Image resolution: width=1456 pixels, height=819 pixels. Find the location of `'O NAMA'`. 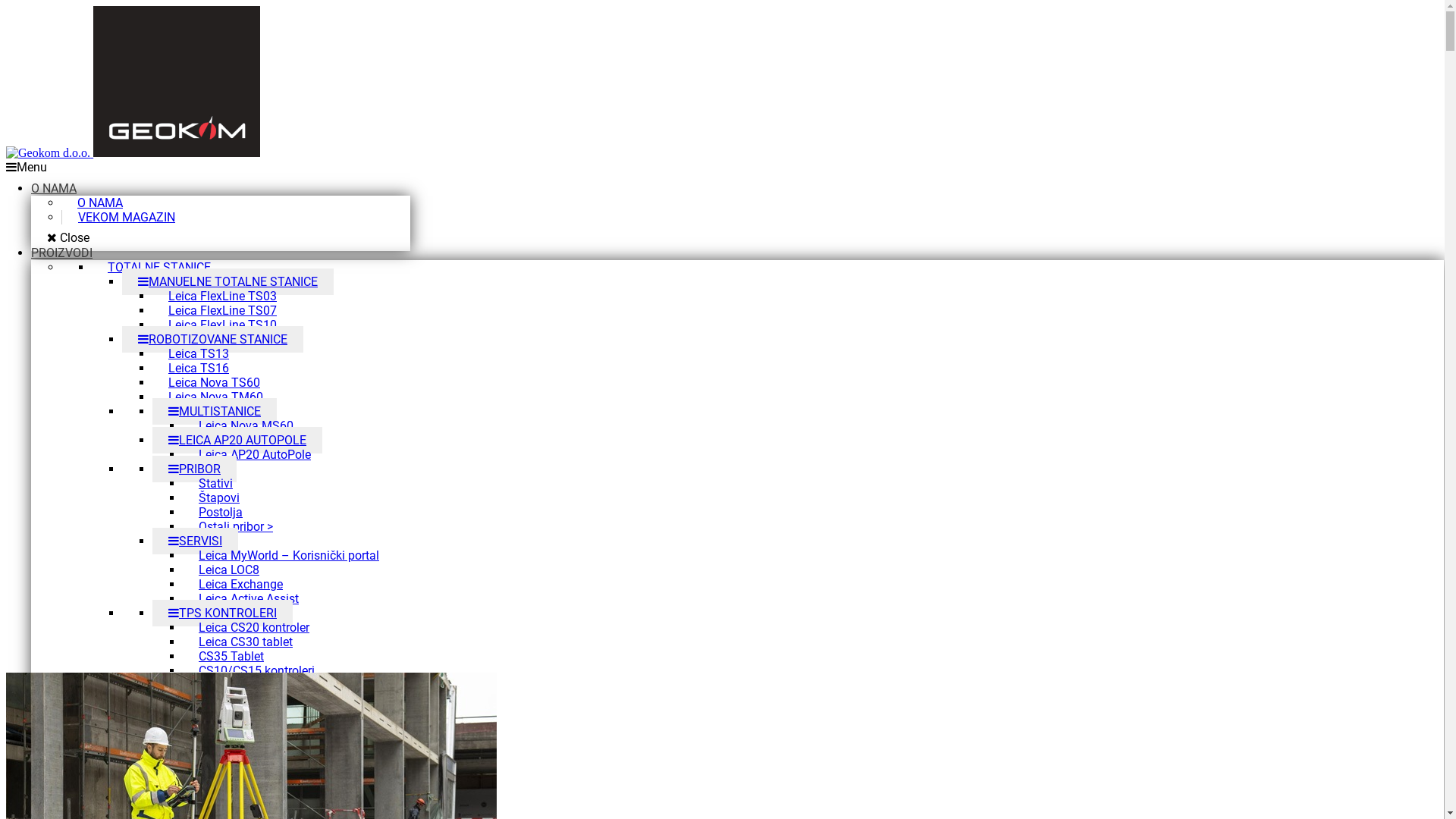

'O NAMA' is located at coordinates (54, 187).